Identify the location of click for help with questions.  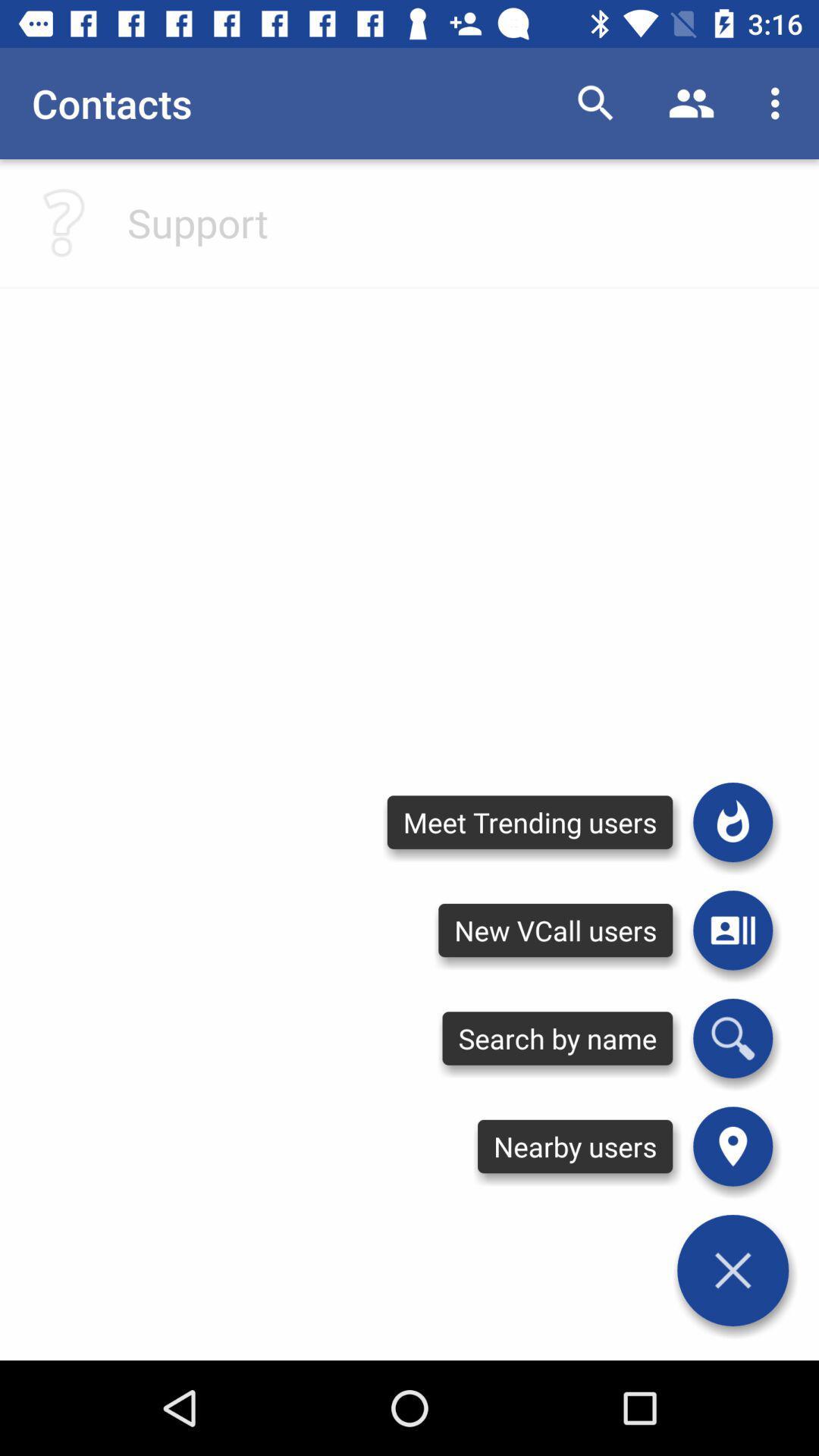
(63, 221).